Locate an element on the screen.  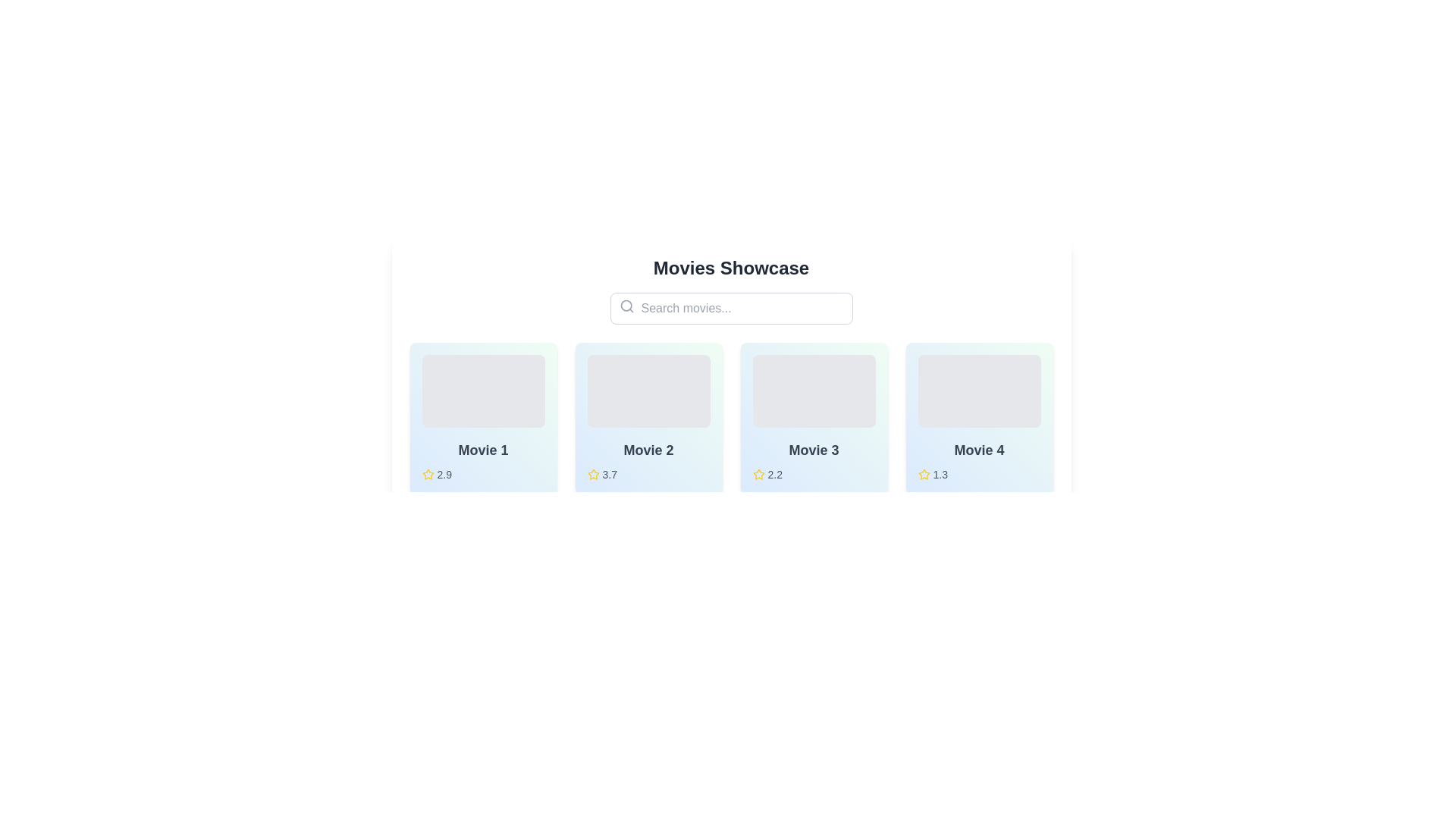
the search input field located below the headline 'Movies Showcase' is located at coordinates (731, 308).